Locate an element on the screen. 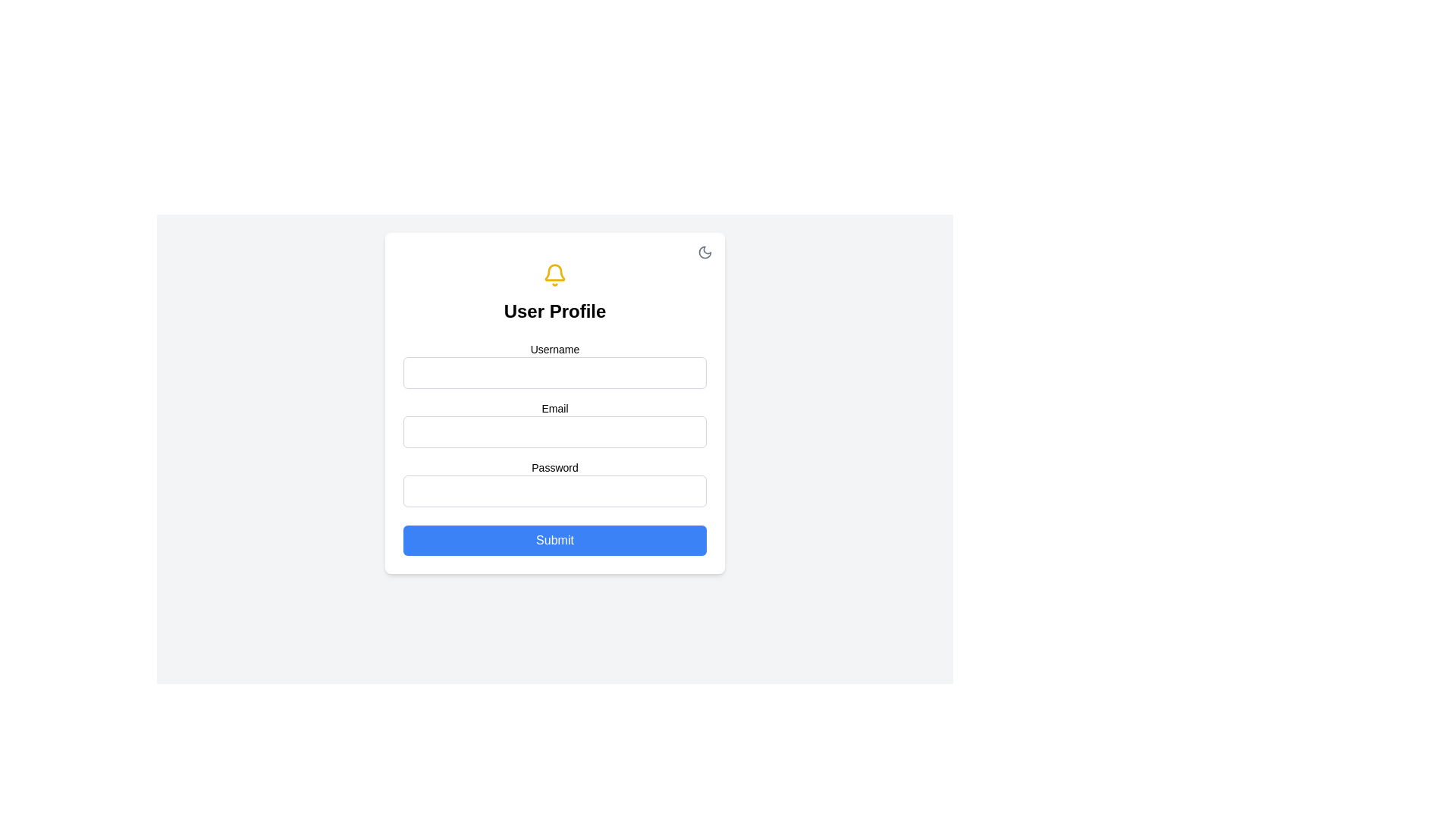 The image size is (1456, 819). the crescent moon icon button in the top-right corner of the pop-up interface is located at coordinates (704, 251).